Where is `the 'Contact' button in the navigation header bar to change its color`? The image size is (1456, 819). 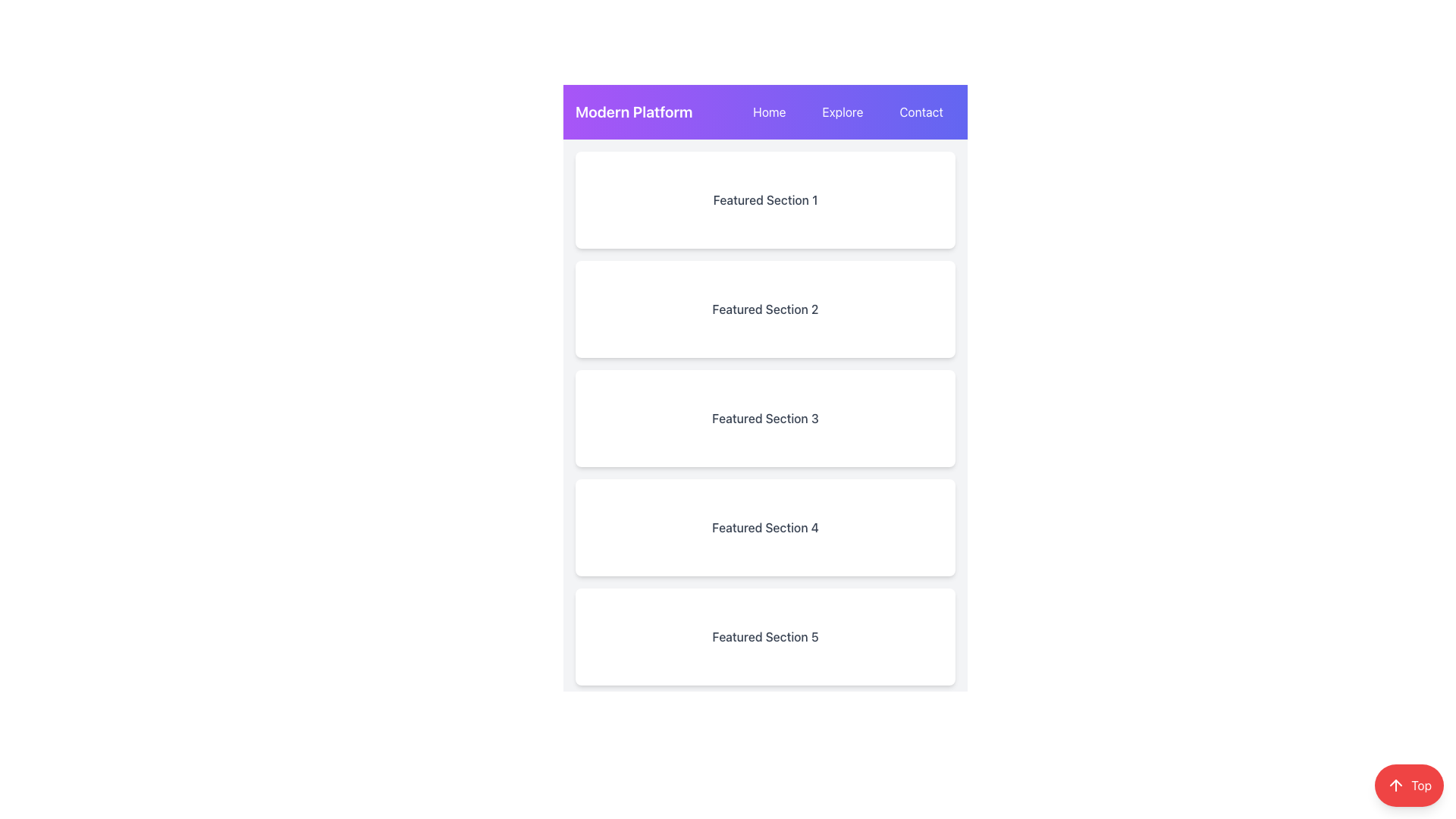 the 'Contact' button in the navigation header bar to change its color is located at coordinates (921, 111).